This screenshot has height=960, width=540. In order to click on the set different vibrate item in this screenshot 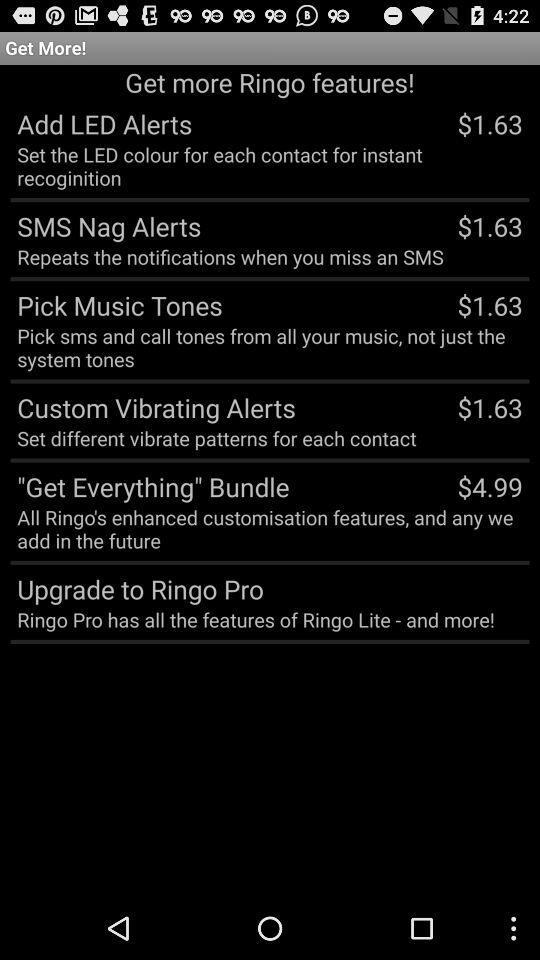, I will do `click(215, 438)`.